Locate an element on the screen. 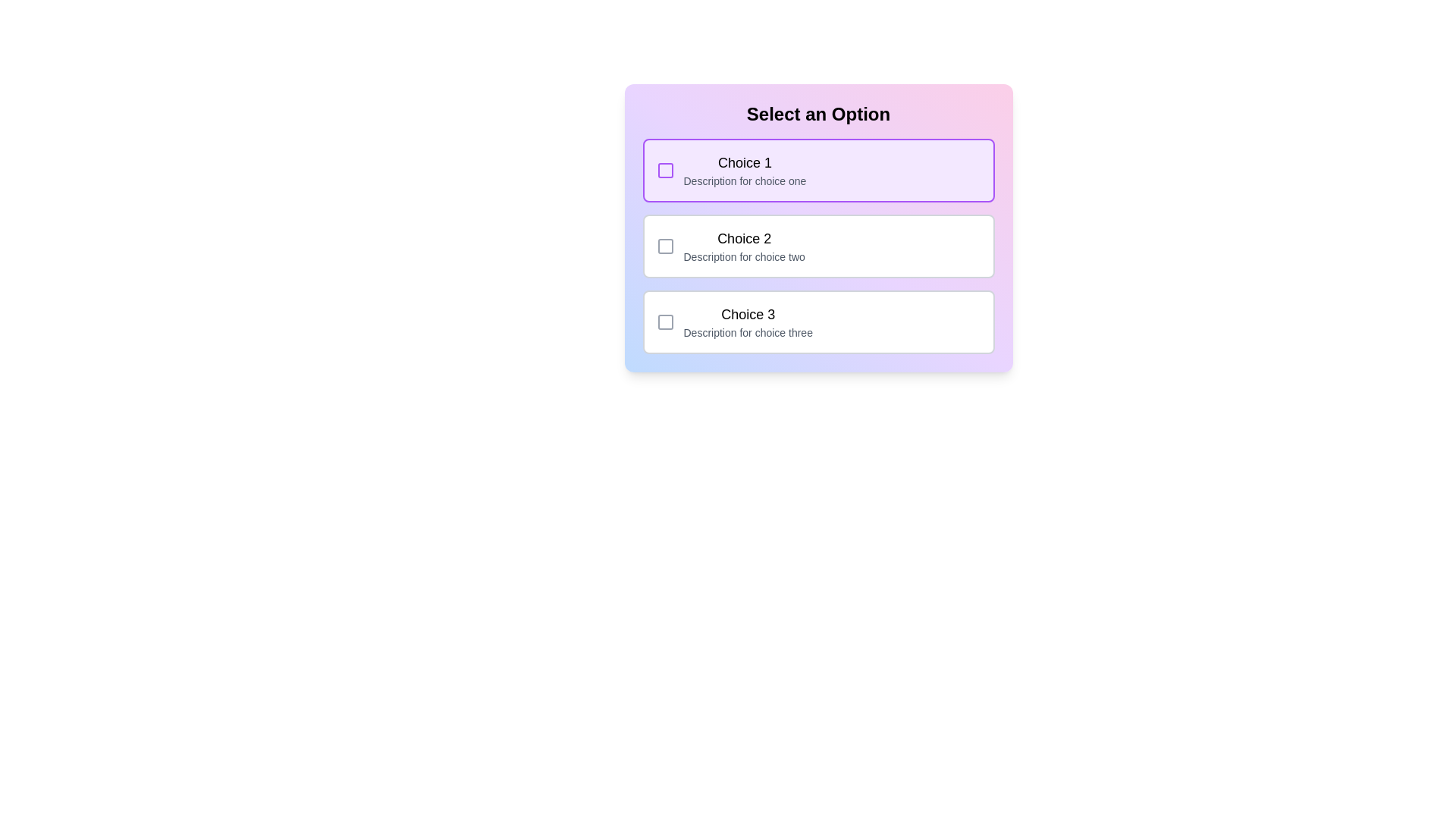 The image size is (1456, 819). the checkbox icon for the third option ('Choice 3') is located at coordinates (665, 321).